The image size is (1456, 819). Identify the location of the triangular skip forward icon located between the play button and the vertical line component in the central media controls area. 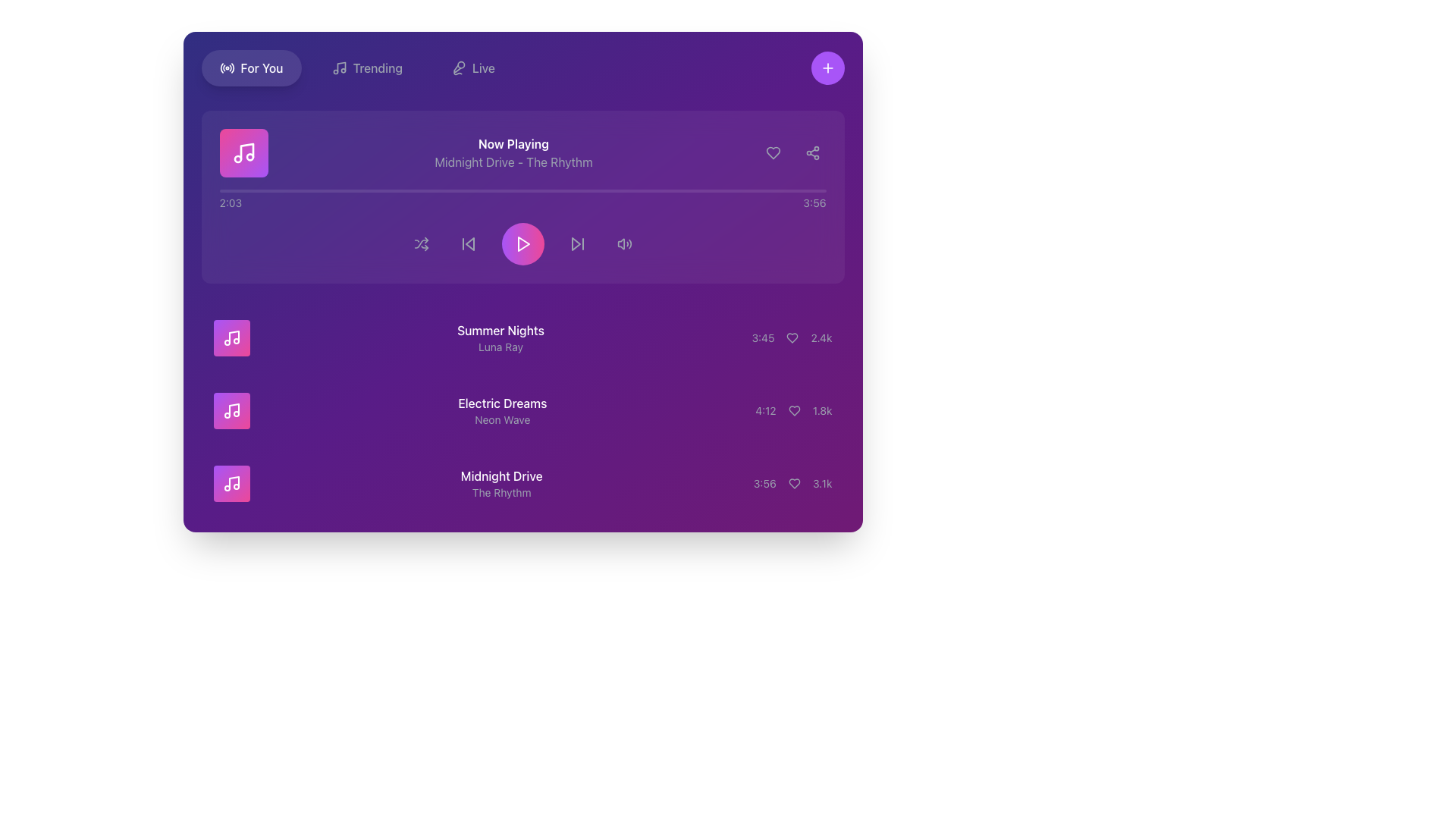
(575, 243).